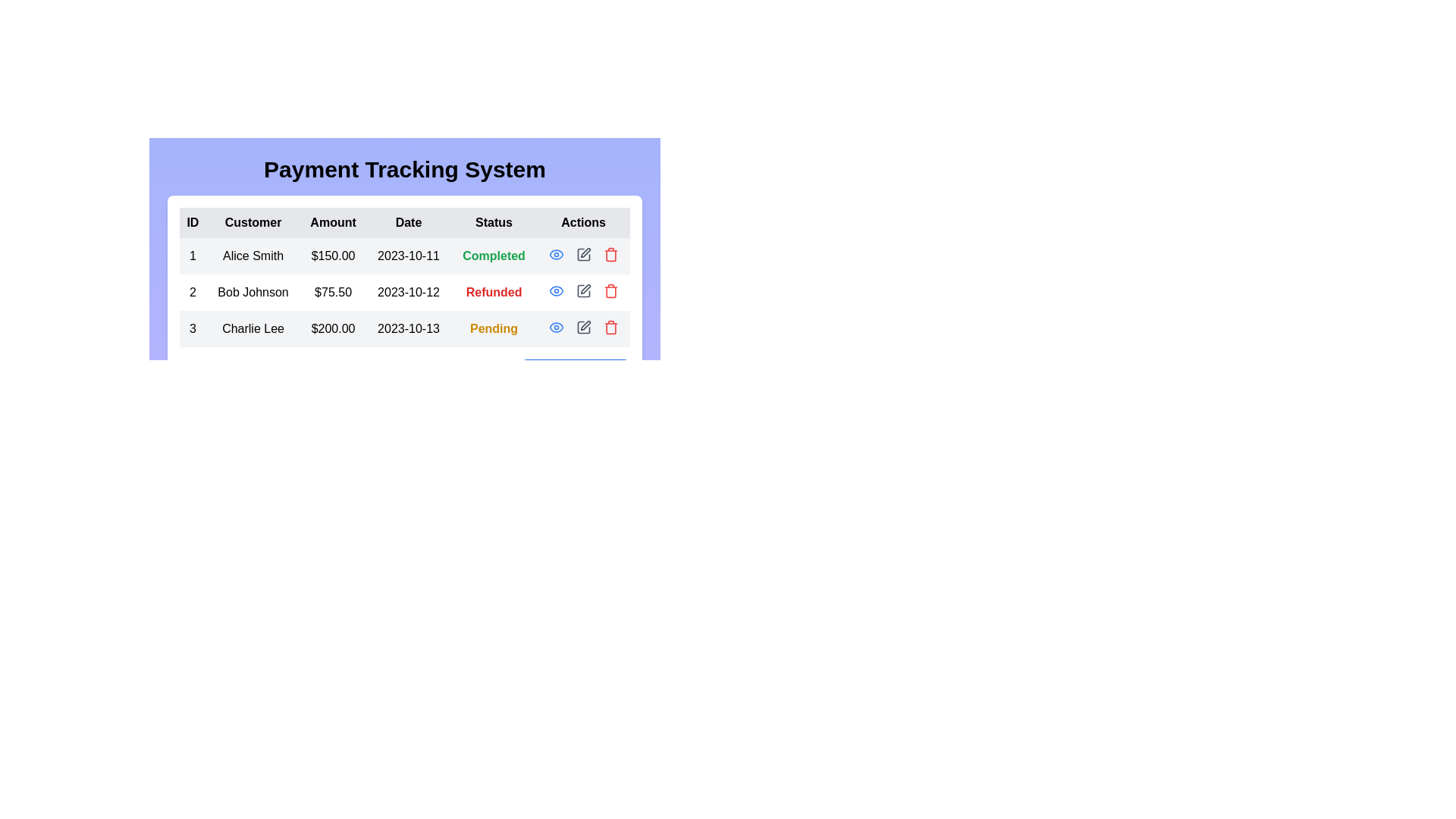  I want to click on text of the prominent heading 'Payment Tracking System' located at the top-center of the interface, above the payment records table, so click(404, 169).